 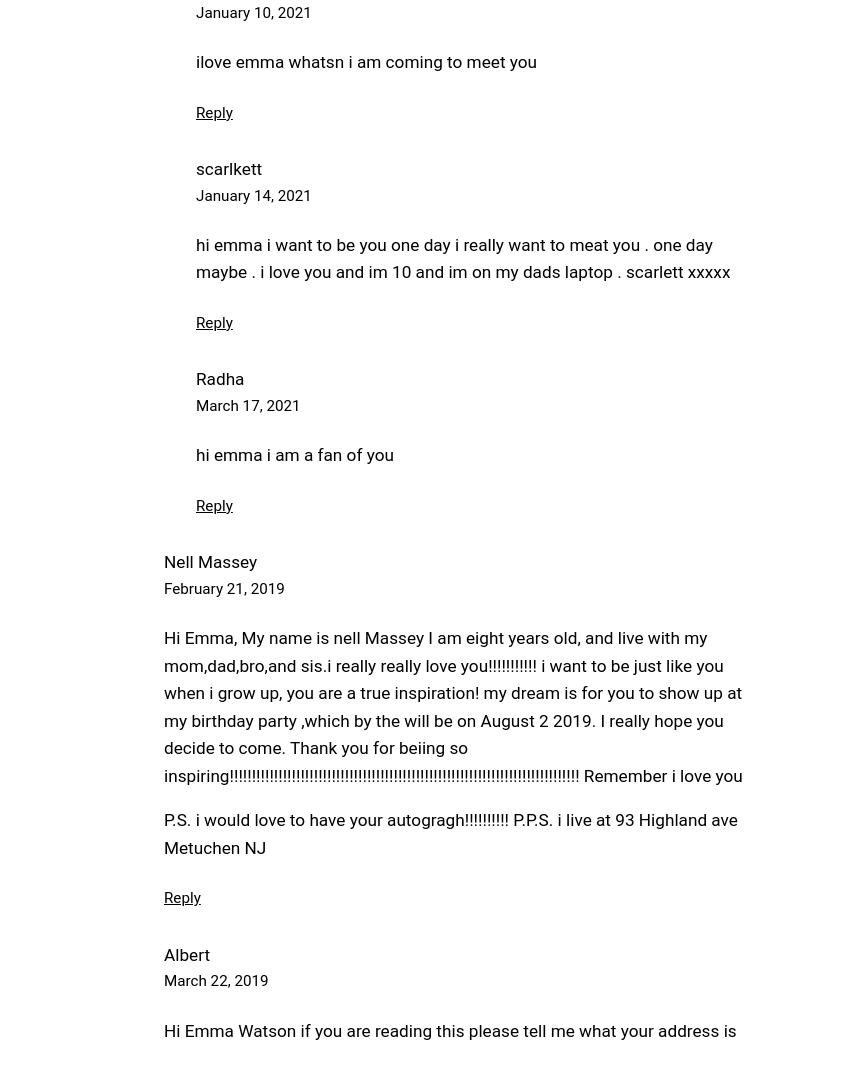 I want to click on 'hi emma i am a fan of you', so click(x=293, y=453).